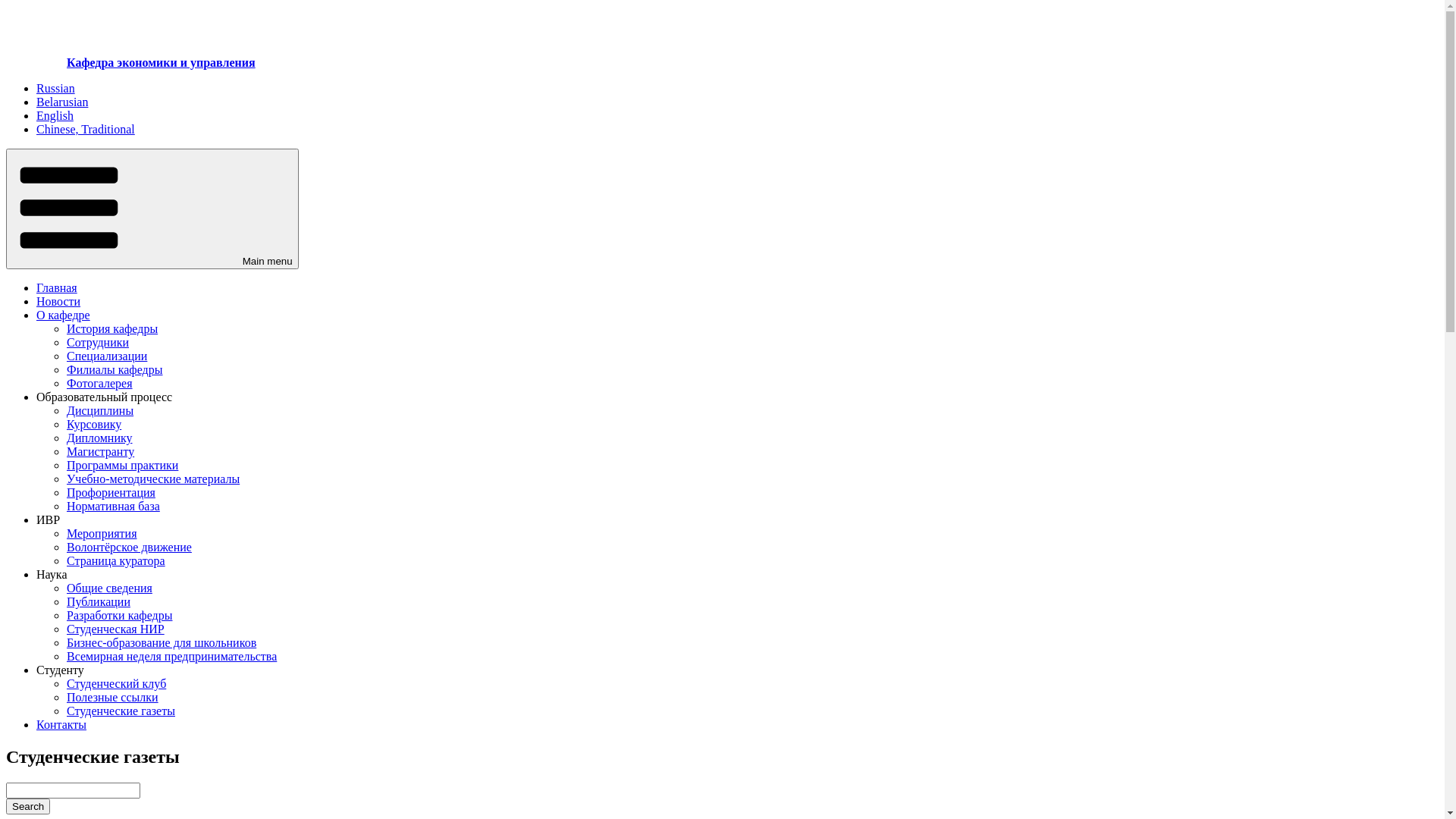 Image resolution: width=1456 pixels, height=819 pixels. Describe the element at coordinates (6, 805) in the screenshot. I see `'Search'` at that location.